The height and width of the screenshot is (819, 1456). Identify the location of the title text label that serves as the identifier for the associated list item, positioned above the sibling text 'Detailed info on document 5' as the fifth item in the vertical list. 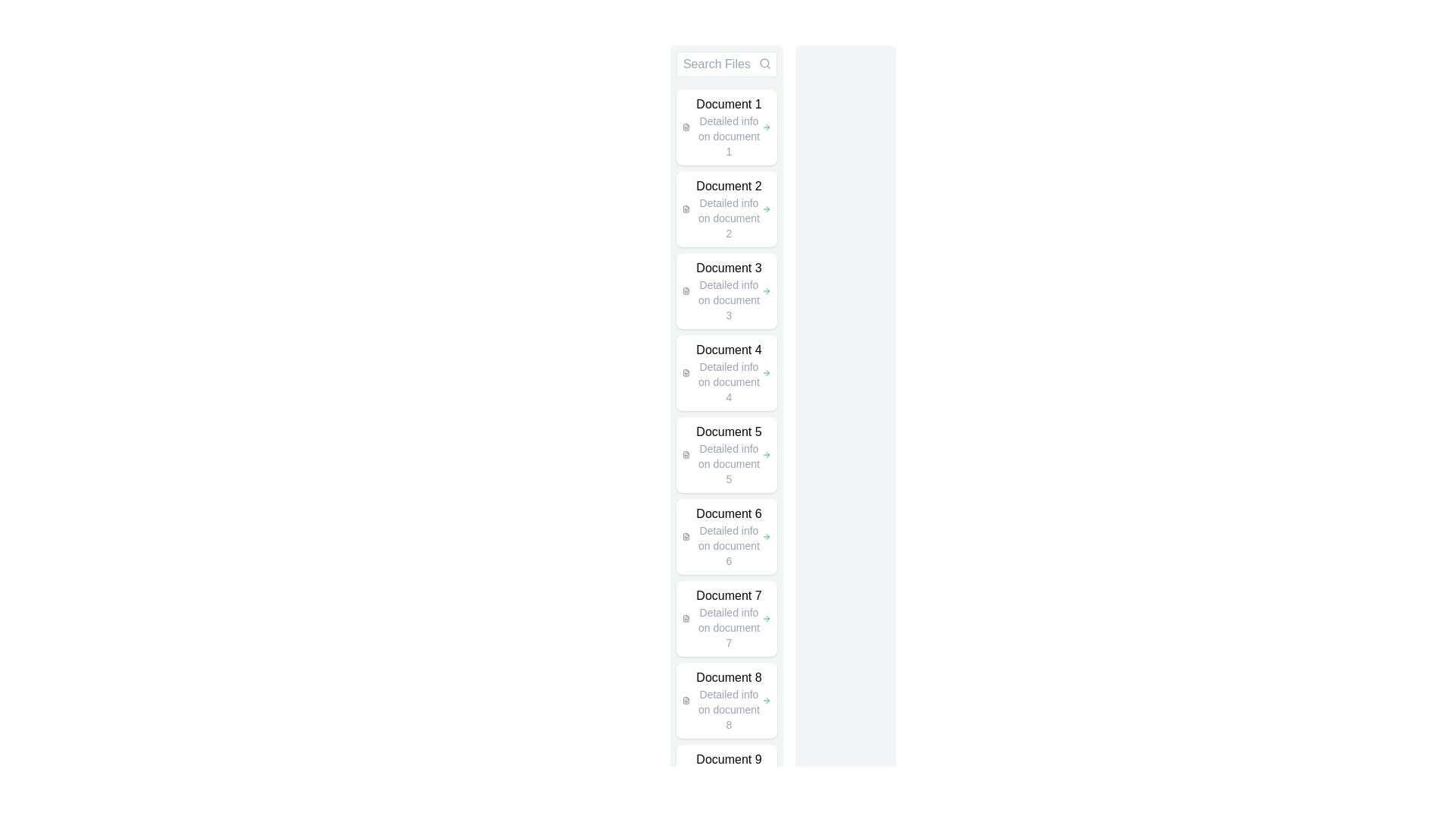
(729, 432).